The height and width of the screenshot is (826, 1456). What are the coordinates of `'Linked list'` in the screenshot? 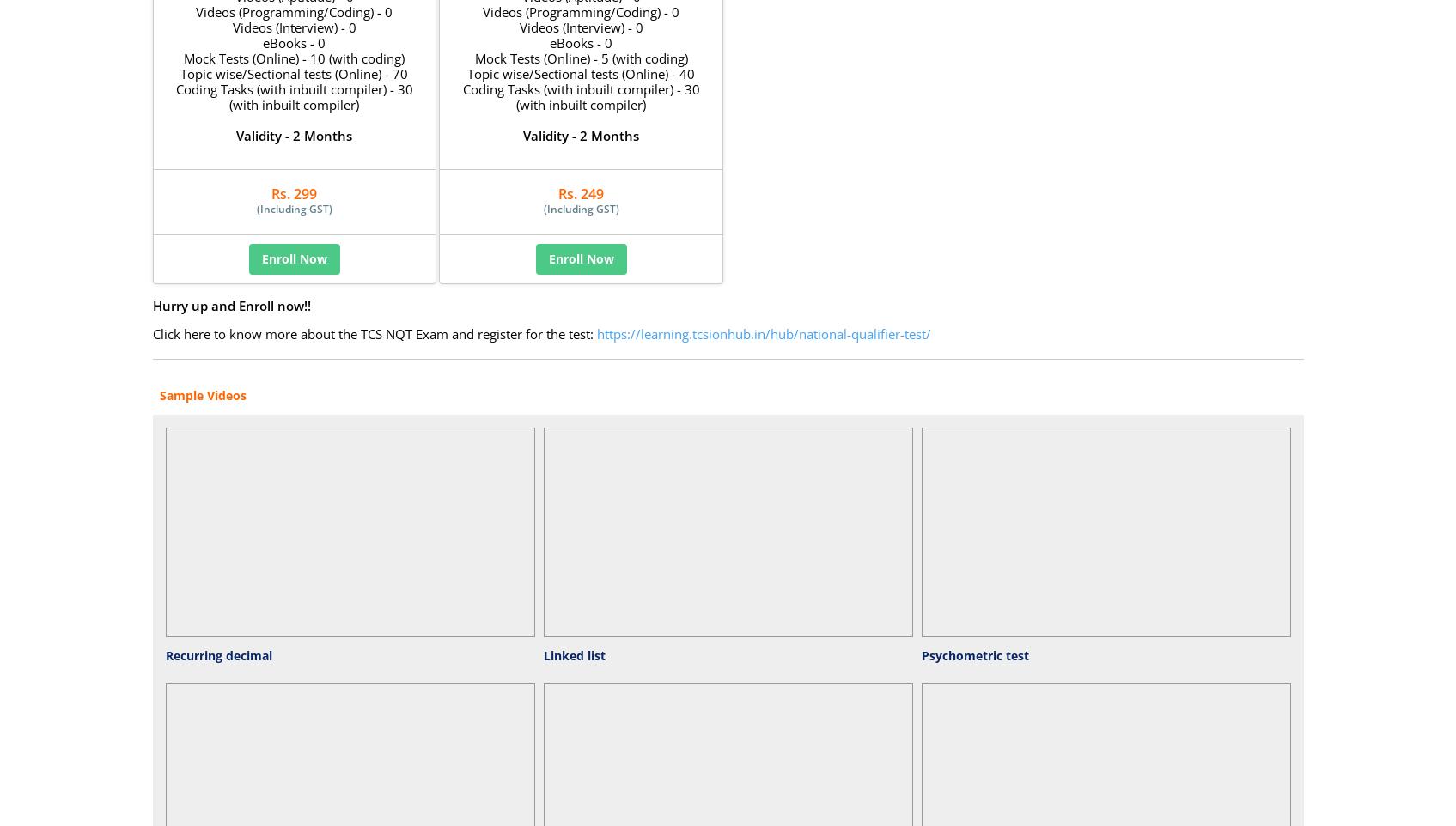 It's located at (573, 655).